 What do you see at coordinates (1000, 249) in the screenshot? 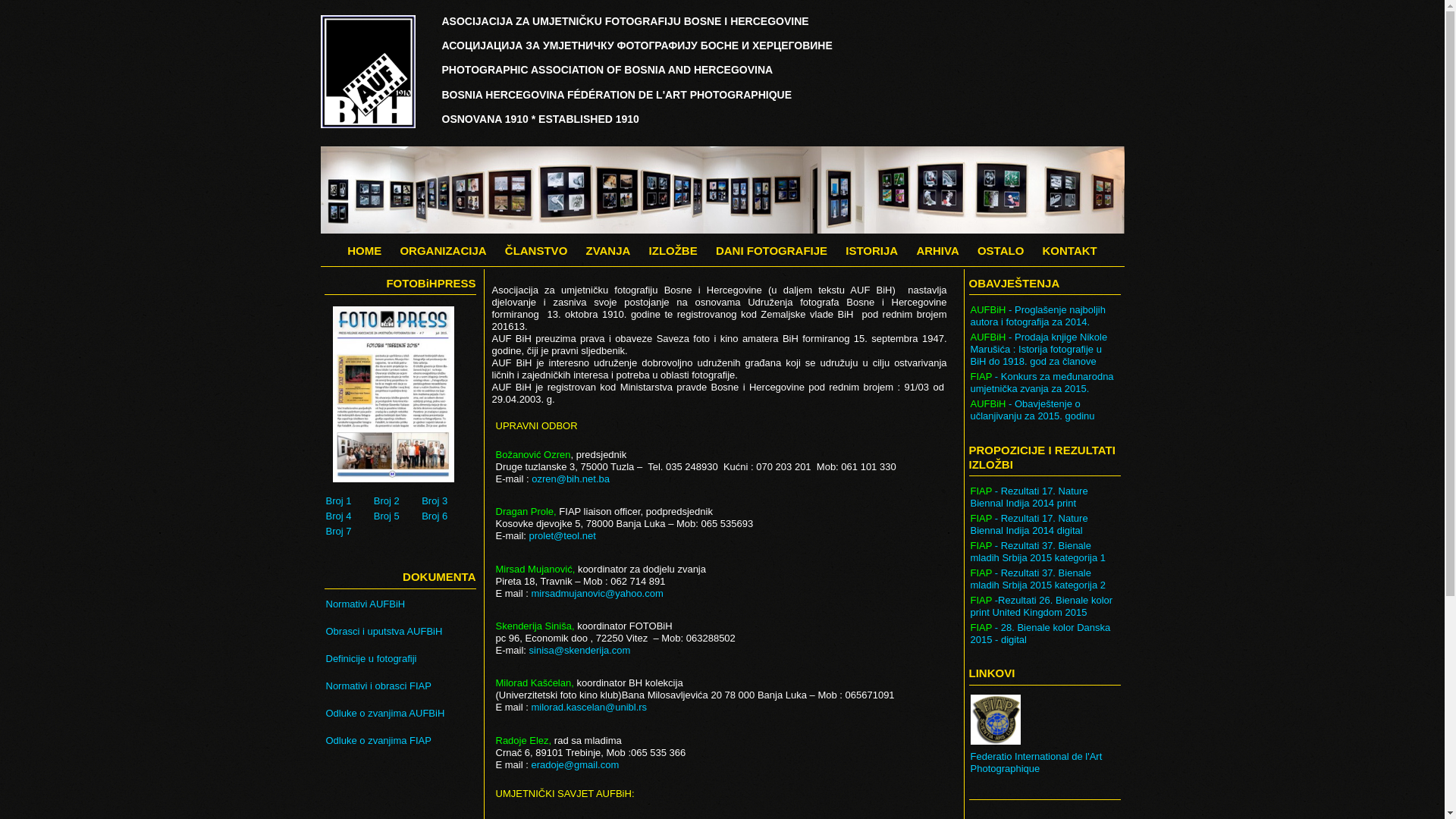
I see `'OSTALO'` at bounding box center [1000, 249].